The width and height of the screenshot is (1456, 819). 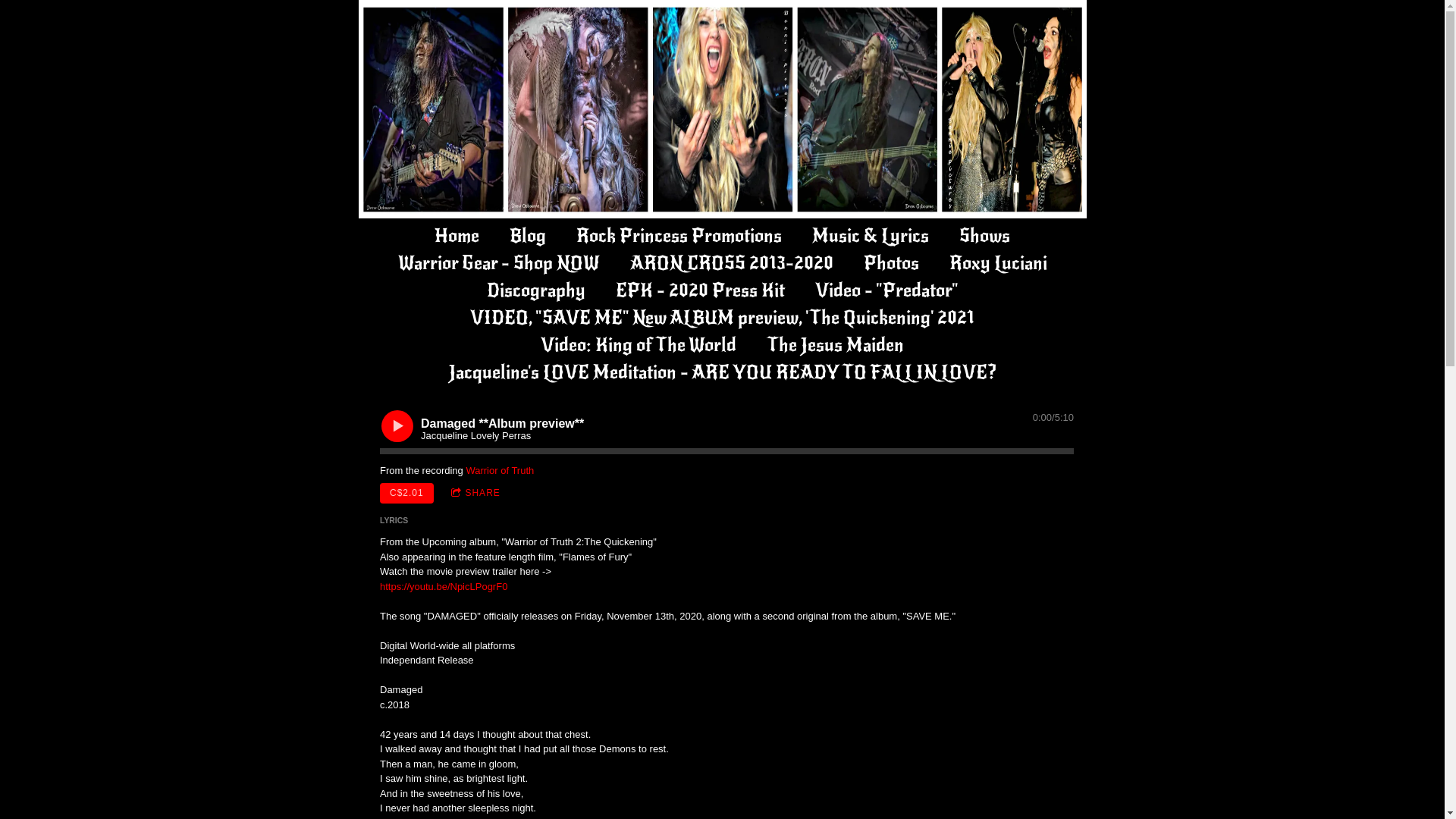 I want to click on 'Photos', so click(x=890, y=262).